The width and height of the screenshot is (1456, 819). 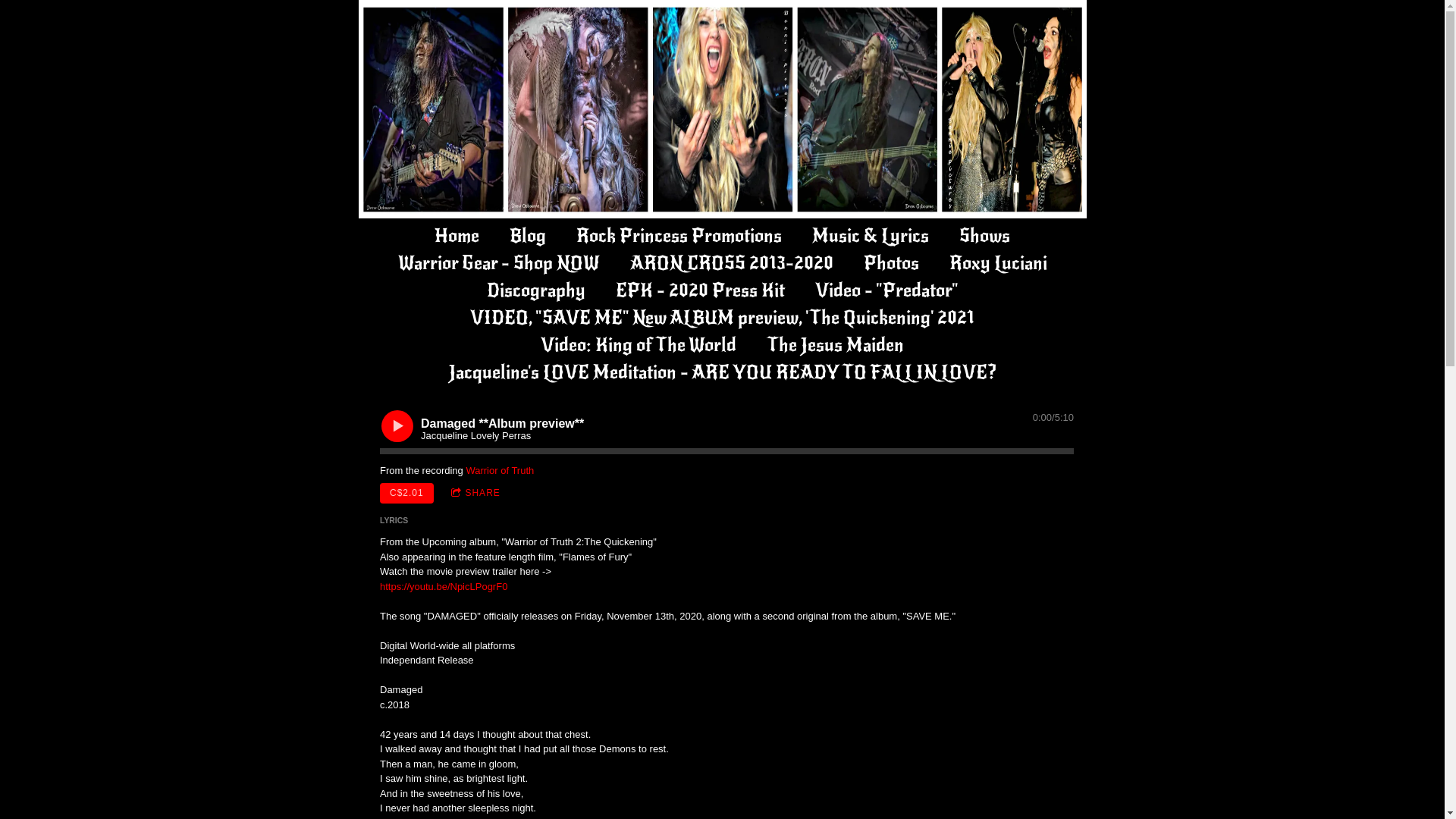 I want to click on 'Photos', so click(x=890, y=262).